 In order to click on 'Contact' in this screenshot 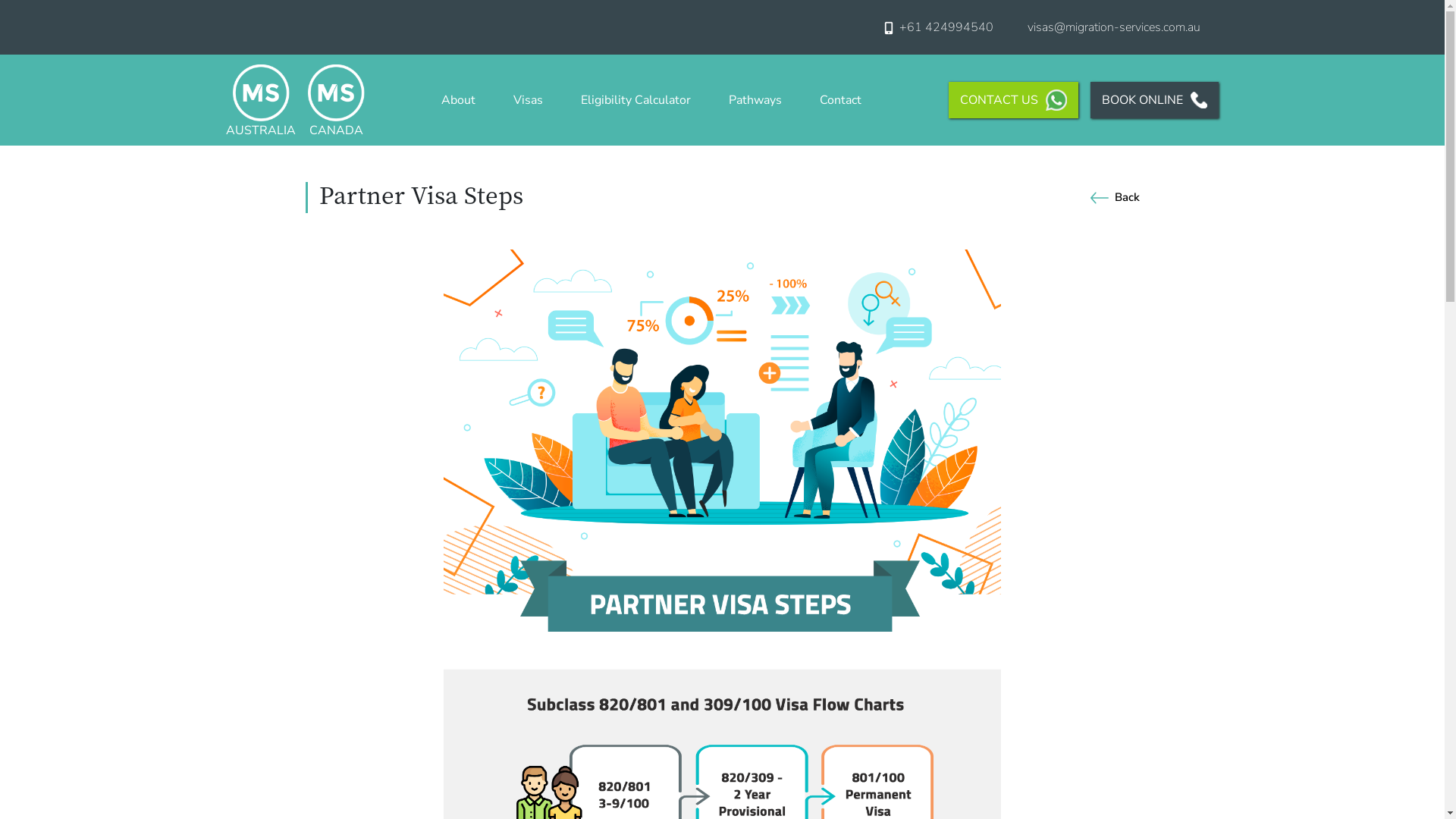, I will do `click(839, 99)`.